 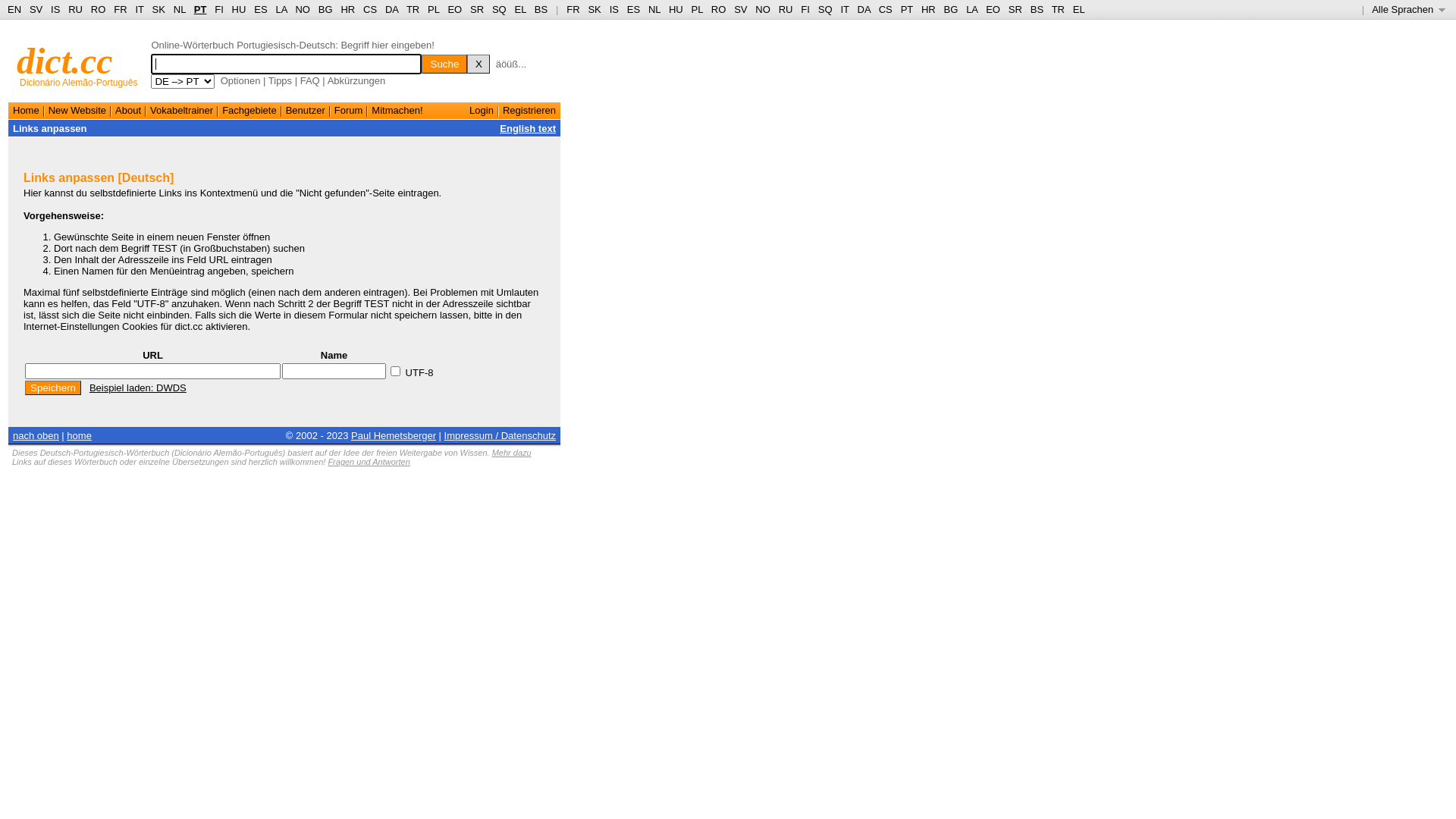 What do you see at coordinates (566, 9) in the screenshot?
I see `'FR'` at bounding box center [566, 9].